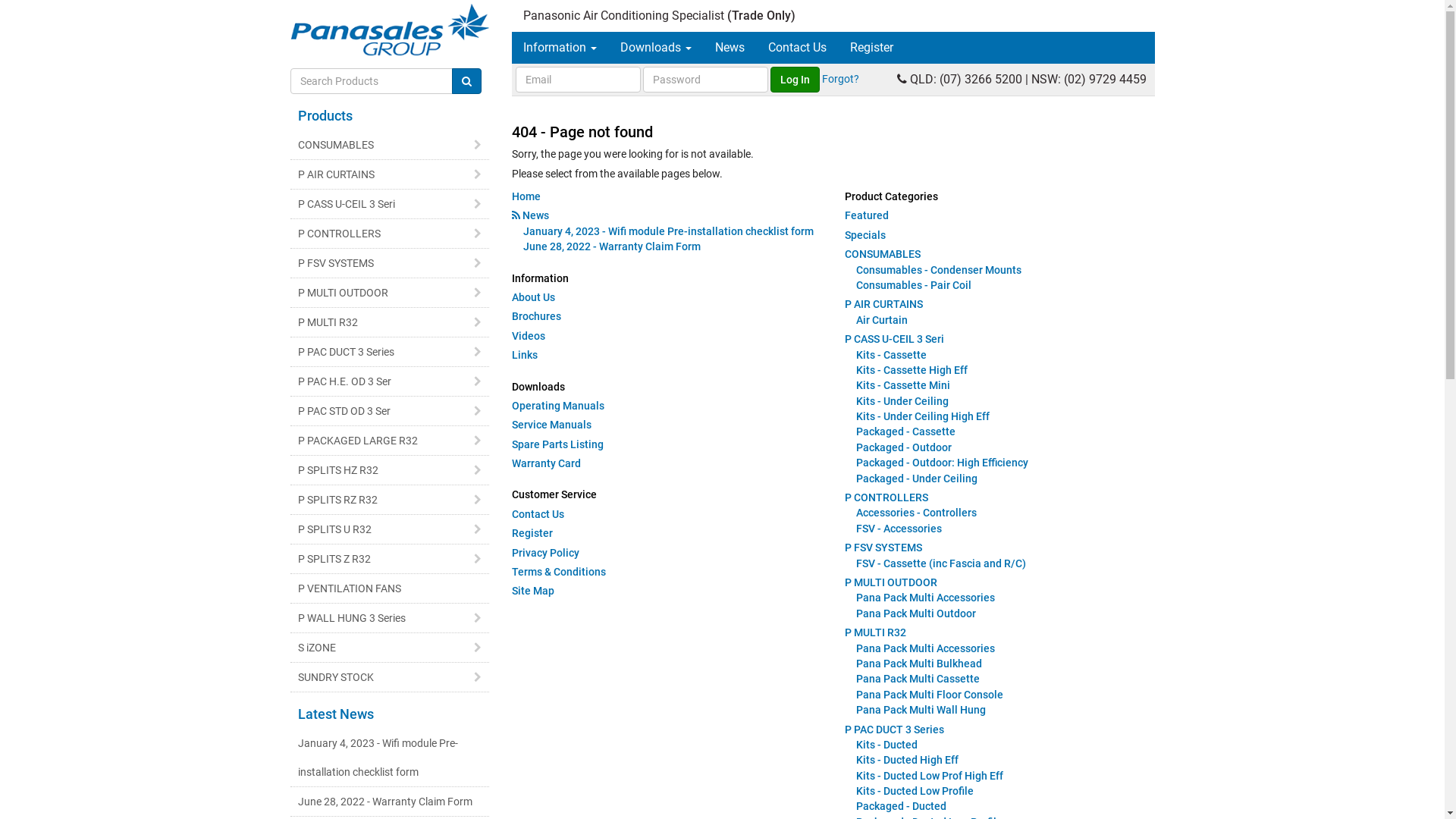 This screenshot has width=1456, height=819. What do you see at coordinates (965, 79) in the screenshot?
I see `'QLD: (07) 3266 5200'` at bounding box center [965, 79].